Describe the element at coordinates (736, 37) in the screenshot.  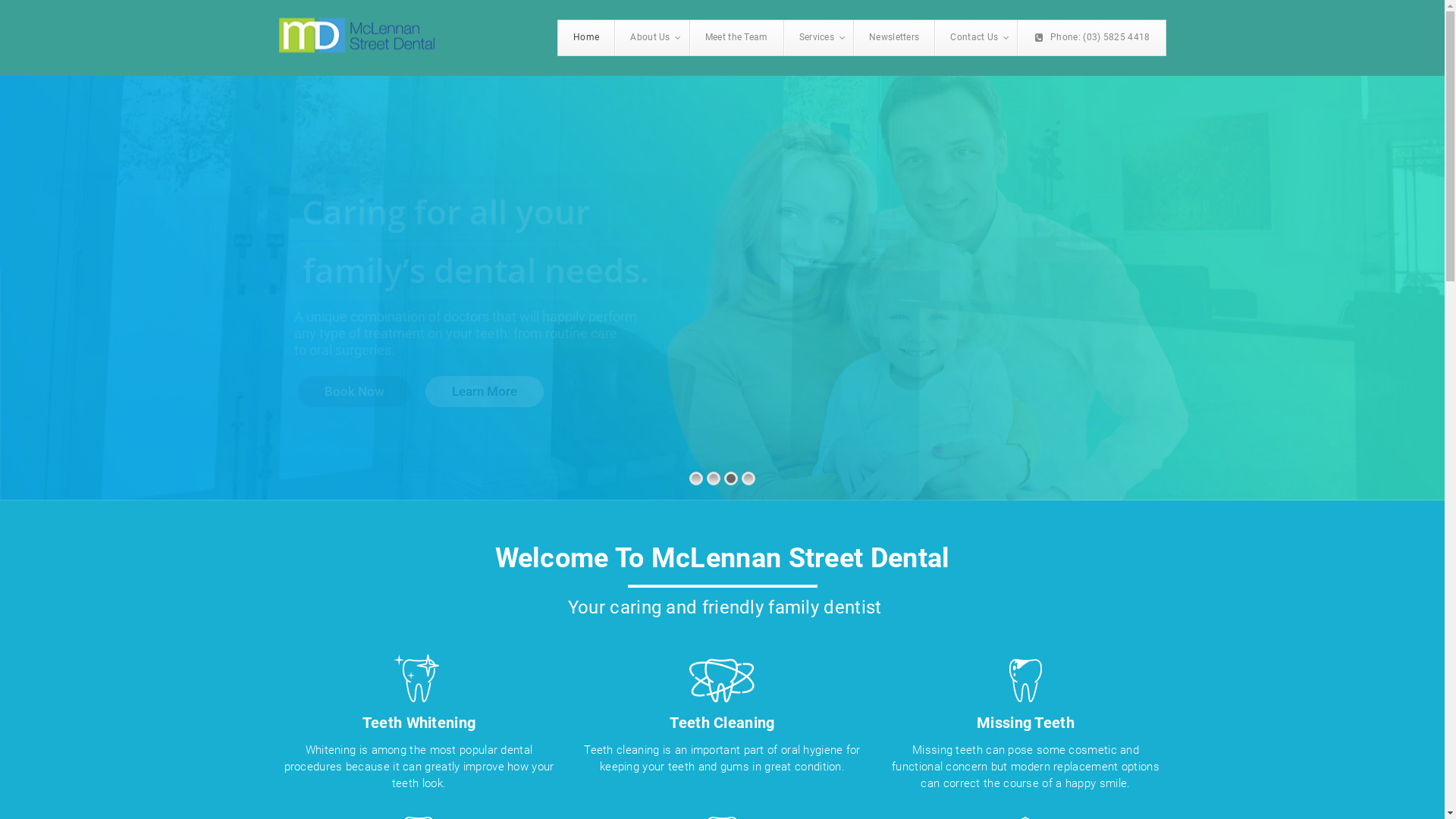
I see `'Meet the Team'` at that location.